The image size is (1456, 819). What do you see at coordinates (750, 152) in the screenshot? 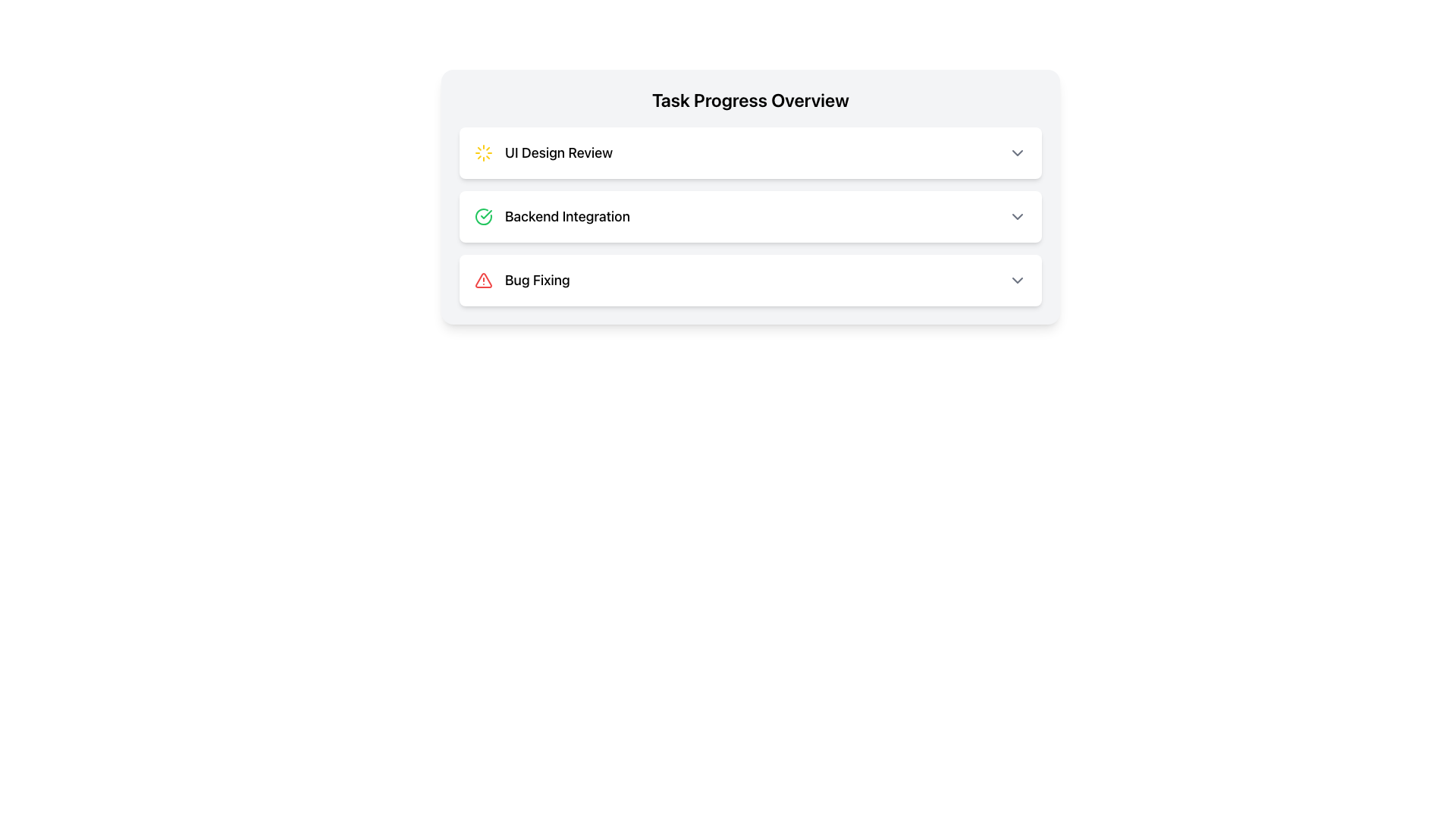
I see `the 'UI Design Review' task item` at bounding box center [750, 152].